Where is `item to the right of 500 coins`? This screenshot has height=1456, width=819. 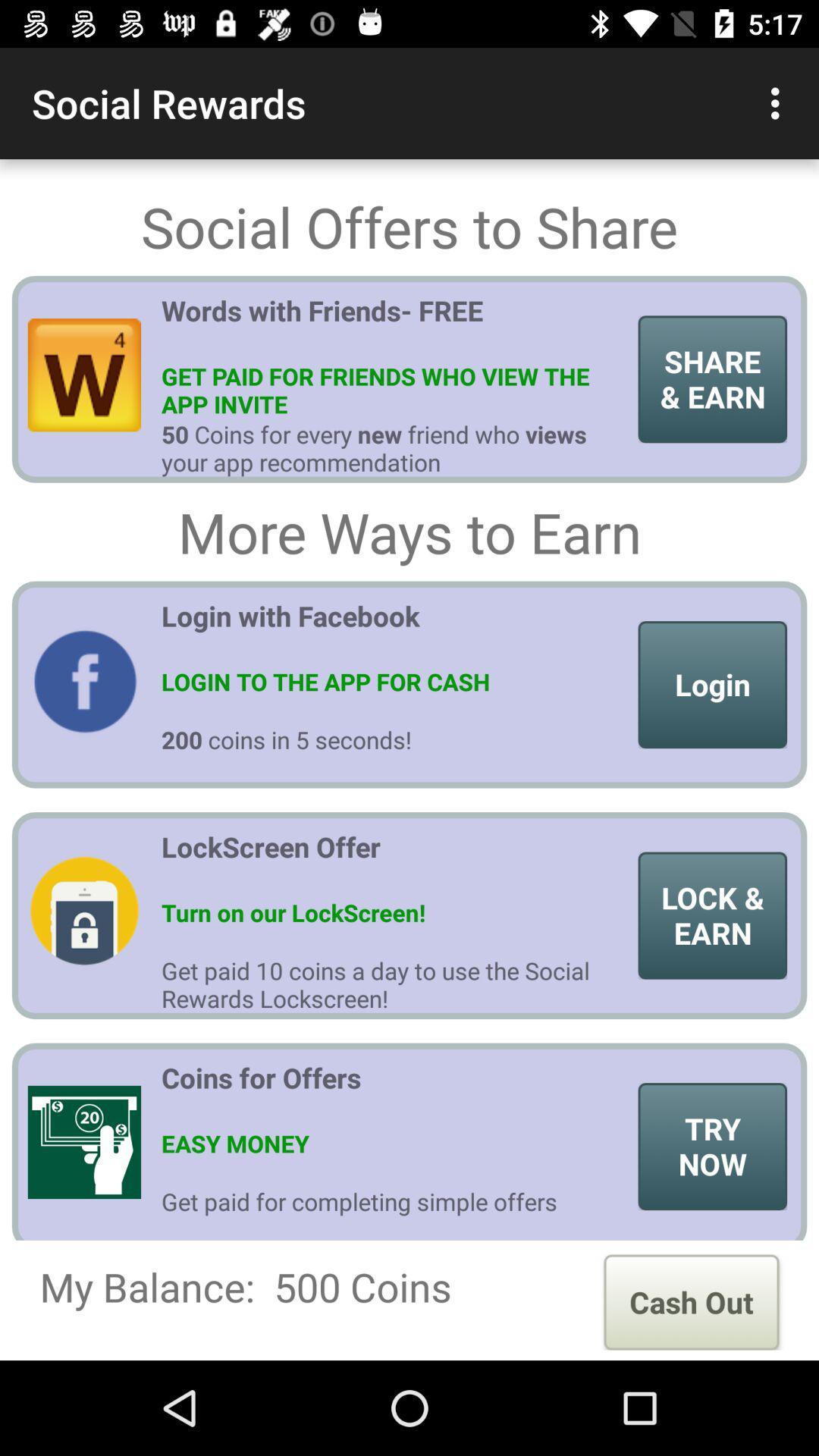 item to the right of 500 coins is located at coordinates (691, 1301).